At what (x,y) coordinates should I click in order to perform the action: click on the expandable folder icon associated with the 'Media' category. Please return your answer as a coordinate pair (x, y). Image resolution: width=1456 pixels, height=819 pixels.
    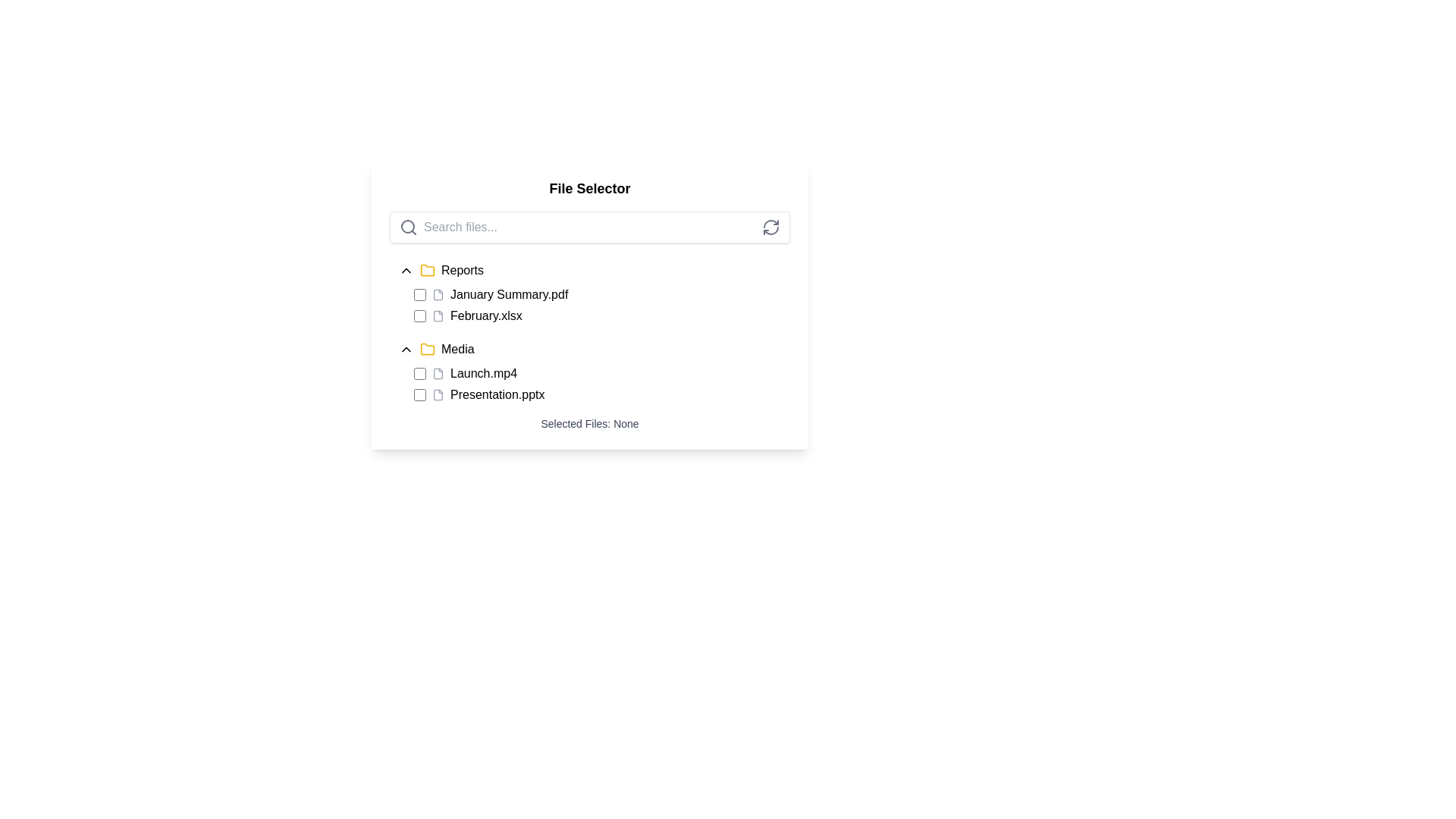
    Looking at the image, I should click on (427, 350).